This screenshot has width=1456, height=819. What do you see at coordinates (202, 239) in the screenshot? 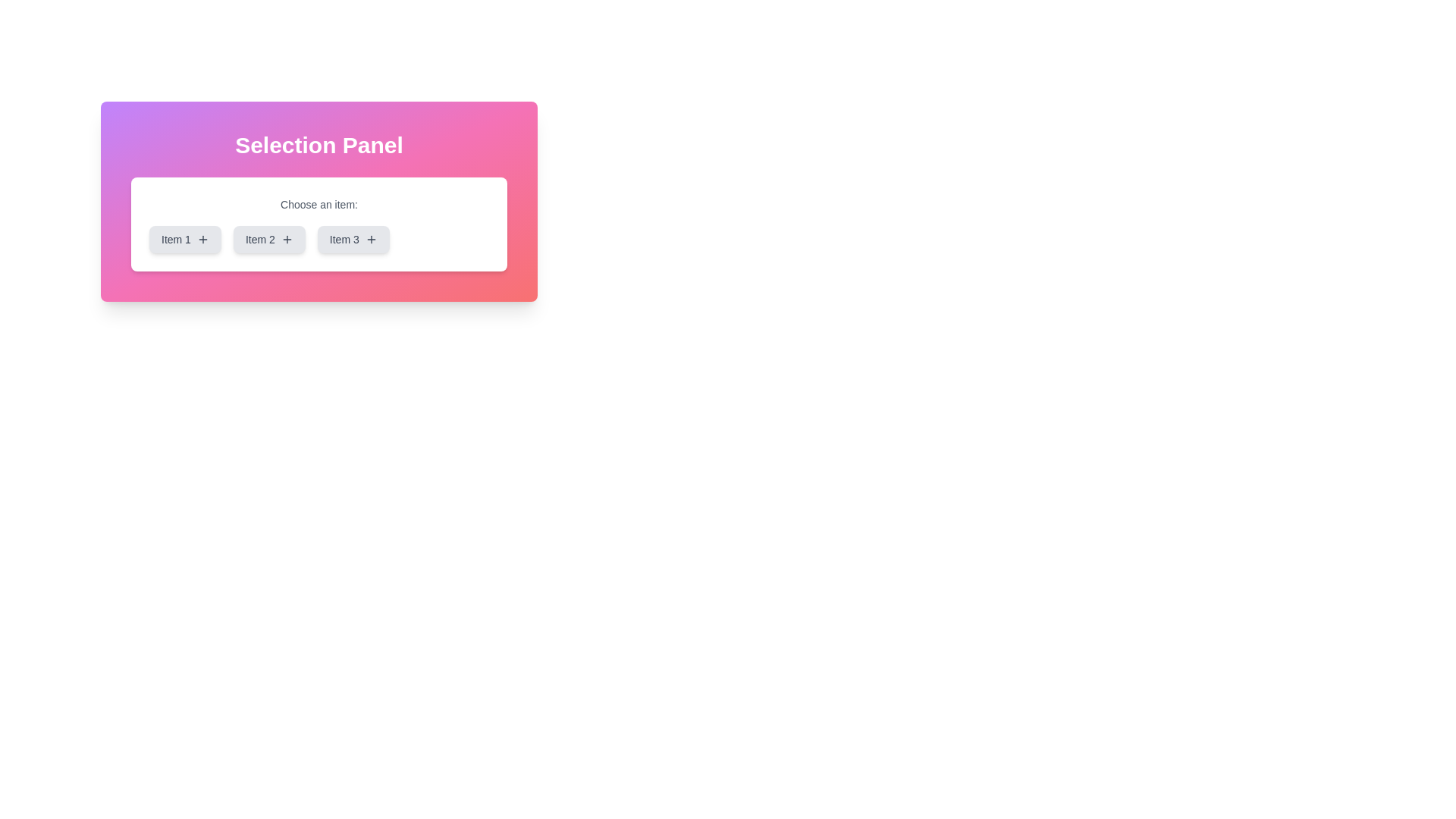
I see `the 'Item 1' button` at bounding box center [202, 239].